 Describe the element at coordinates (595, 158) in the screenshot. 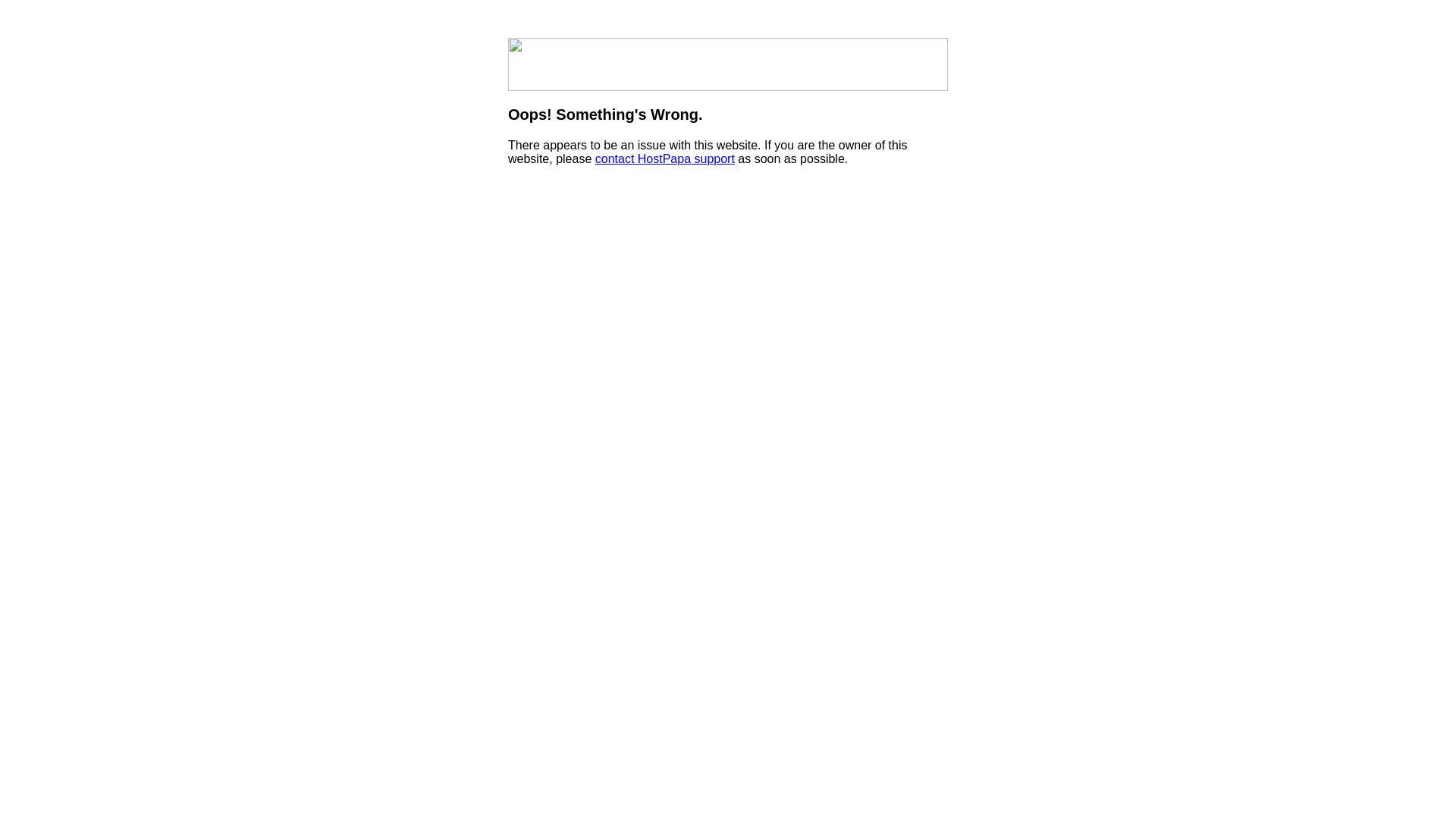

I see `'contact HostPapa support'` at that location.